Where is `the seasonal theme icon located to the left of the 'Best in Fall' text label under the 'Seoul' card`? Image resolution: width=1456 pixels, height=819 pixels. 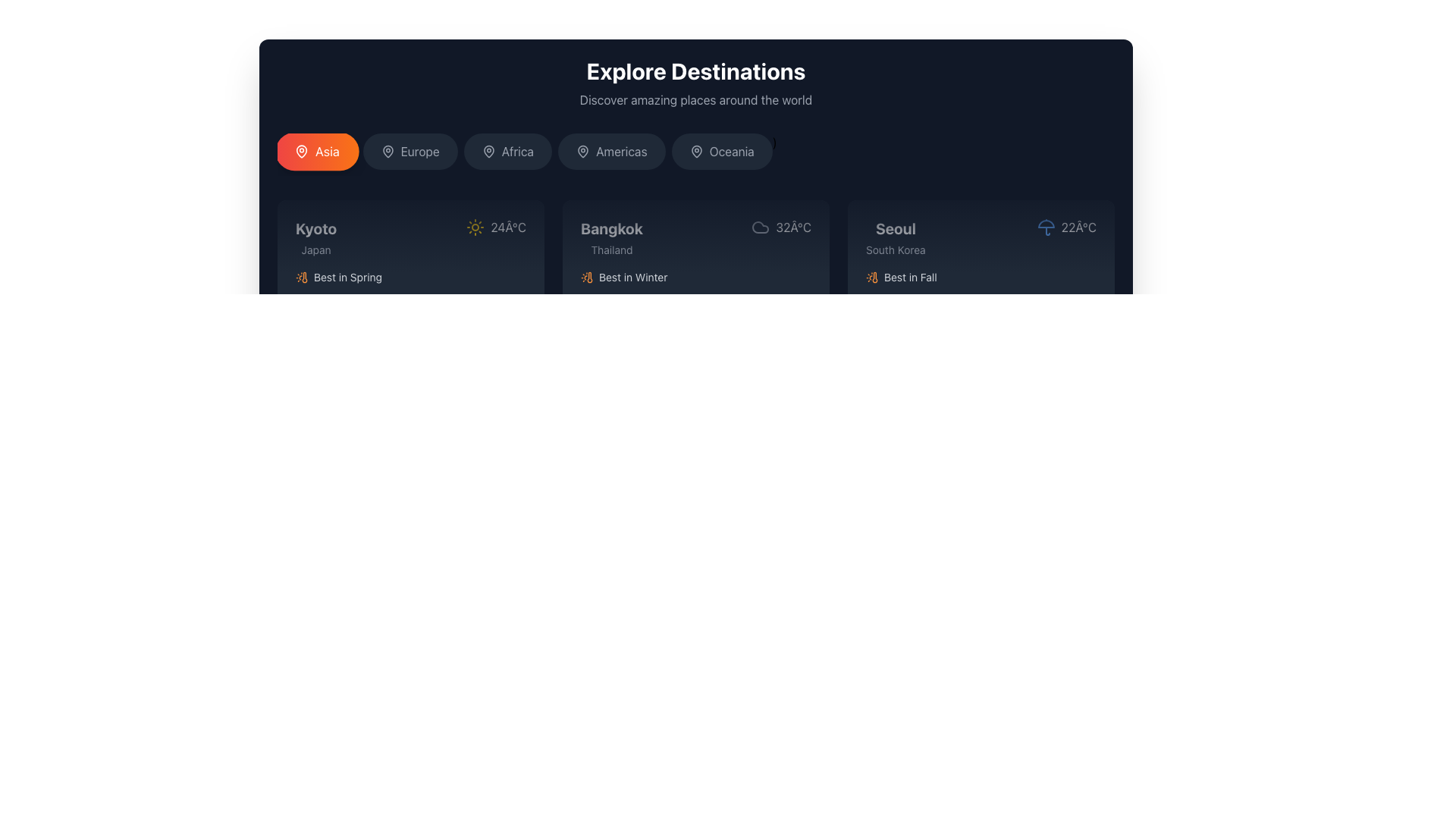 the seasonal theme icon located to the left of the 'Best in Fall' text label under the 'Seoul' card is located at coordinates (872, 278).